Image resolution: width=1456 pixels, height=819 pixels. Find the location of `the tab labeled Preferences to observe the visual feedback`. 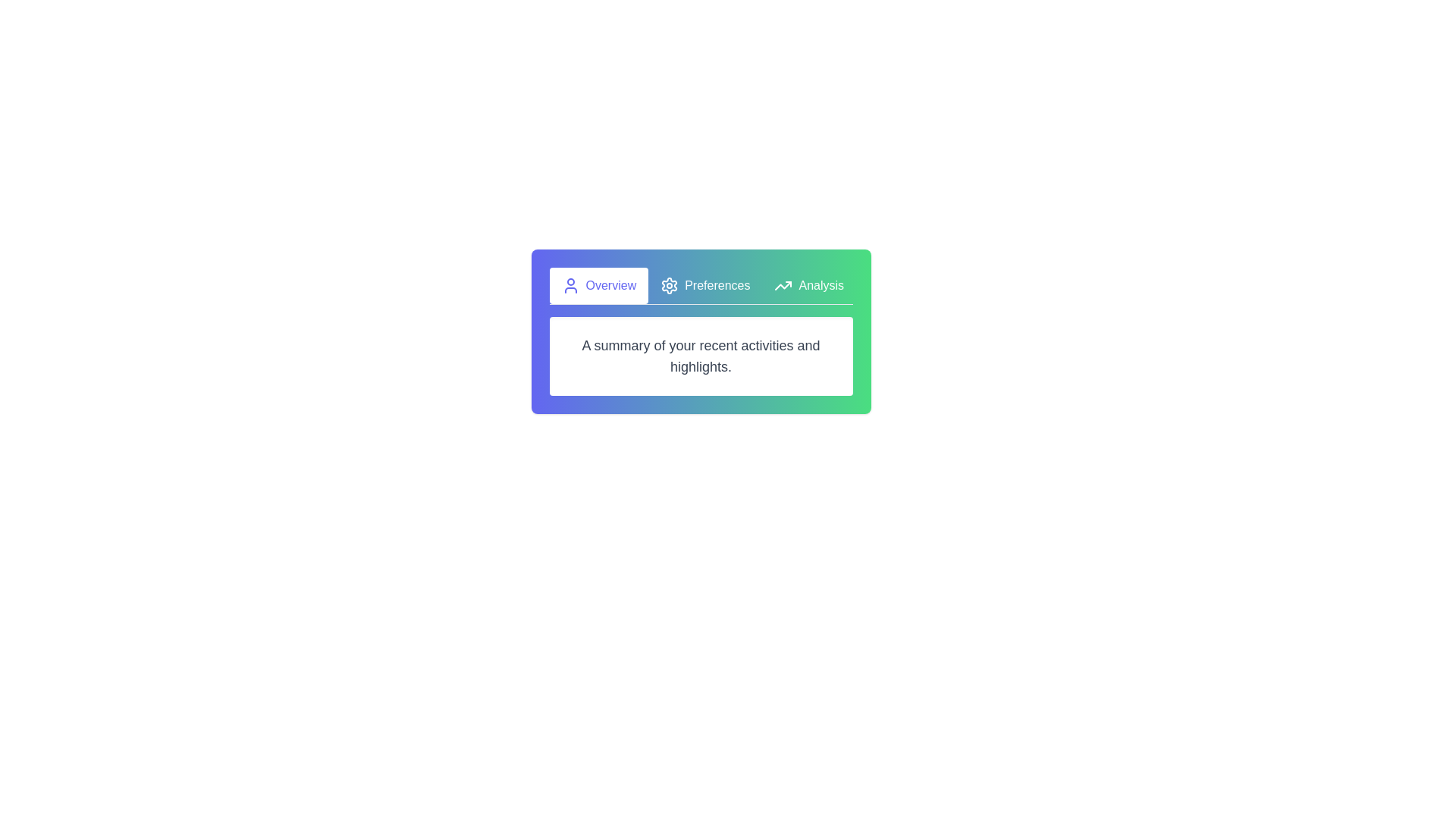

the tab labeled Preferences to observe the visual feedback is located at coordinates (704, 286).